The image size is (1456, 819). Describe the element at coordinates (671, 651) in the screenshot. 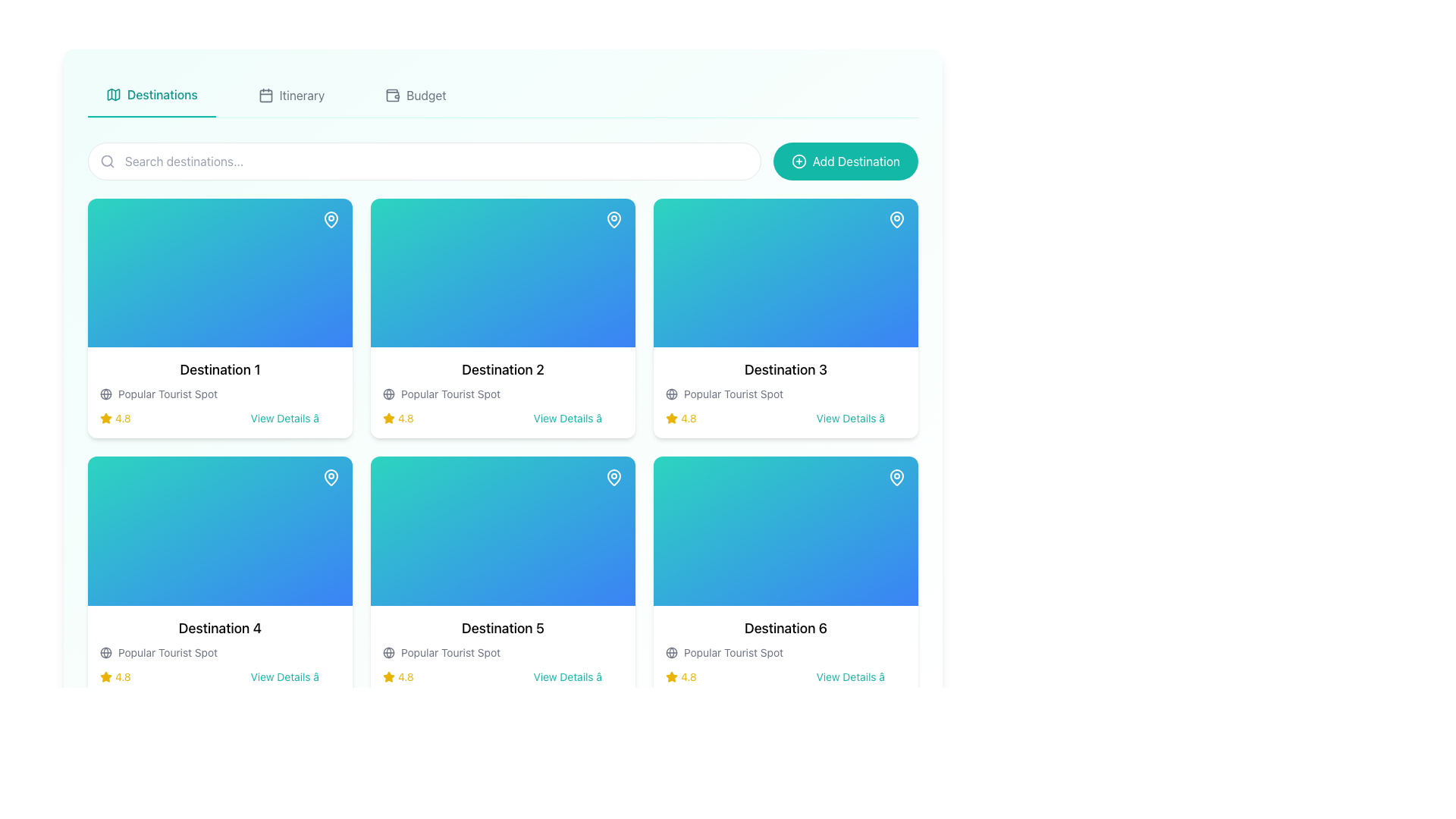

I see `the SVG Circle that represents a globe marker located in the bottom-right corner of the card titled 'Destination 6'` at that location.